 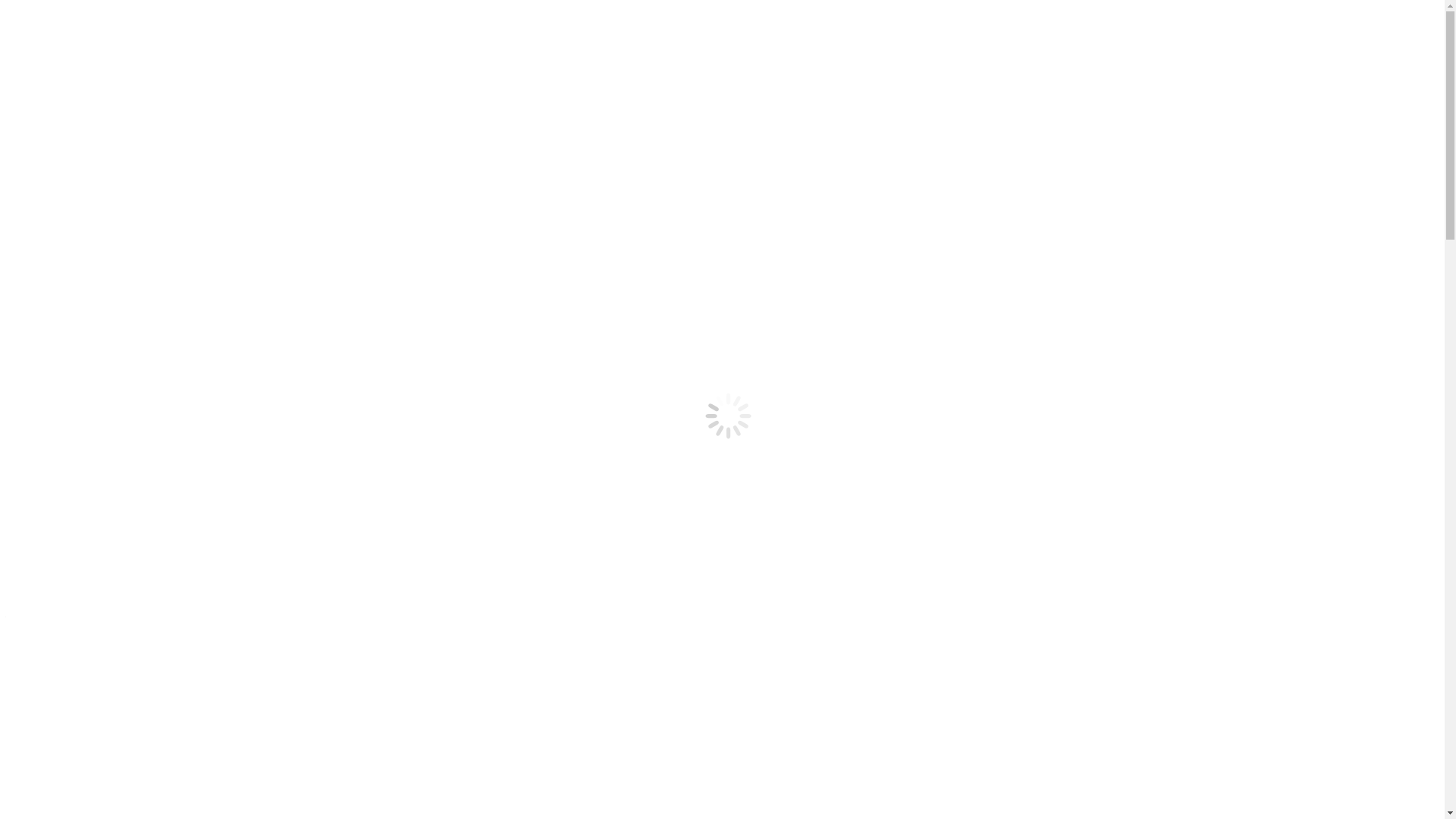 What do you see at coordinates (36, 232) in the screenshot?
I see `'Home'` at bounding box center [36, 232].